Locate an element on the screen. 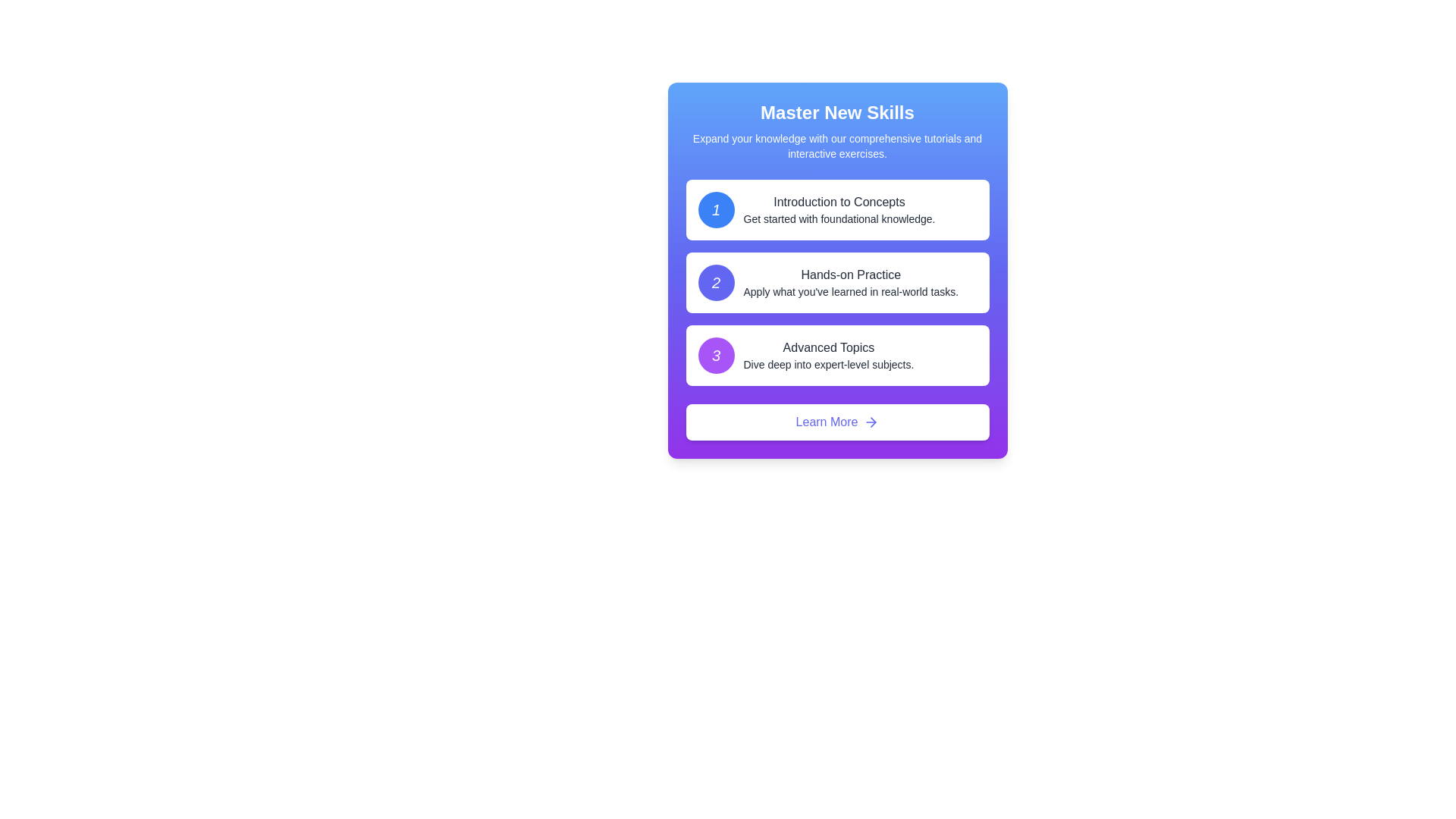  information from the informational card titled 'Introduction to Concepts', which contains the number '1' in a blue circle and details about foundational knowledge is located at coordinates (836, 210).